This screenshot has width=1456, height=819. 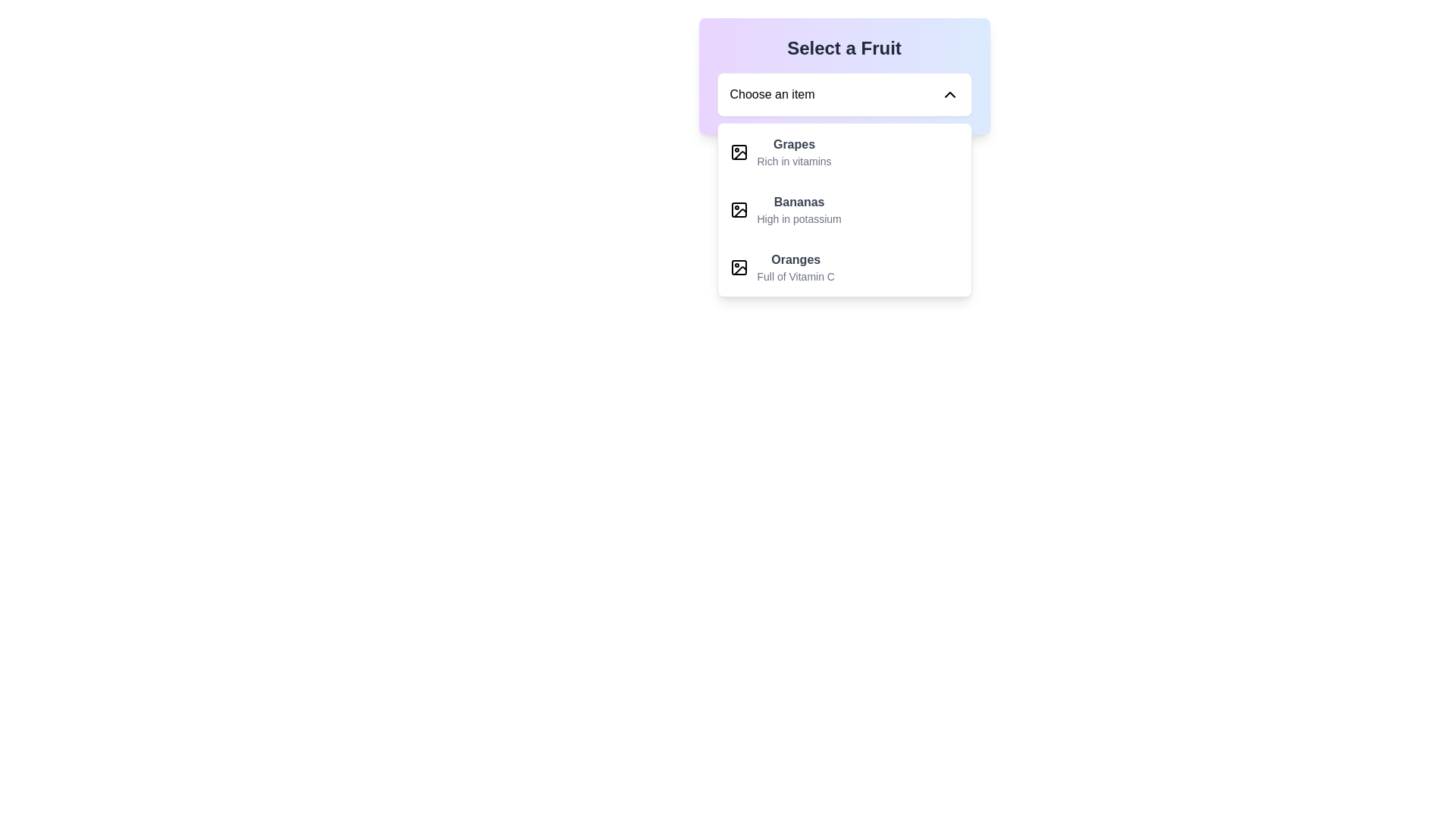 I want to click on the leftmost icon representing 'Bananas' in the list item labeled 'Bananas' and 'High in potassium', so click(x=743, y=210).